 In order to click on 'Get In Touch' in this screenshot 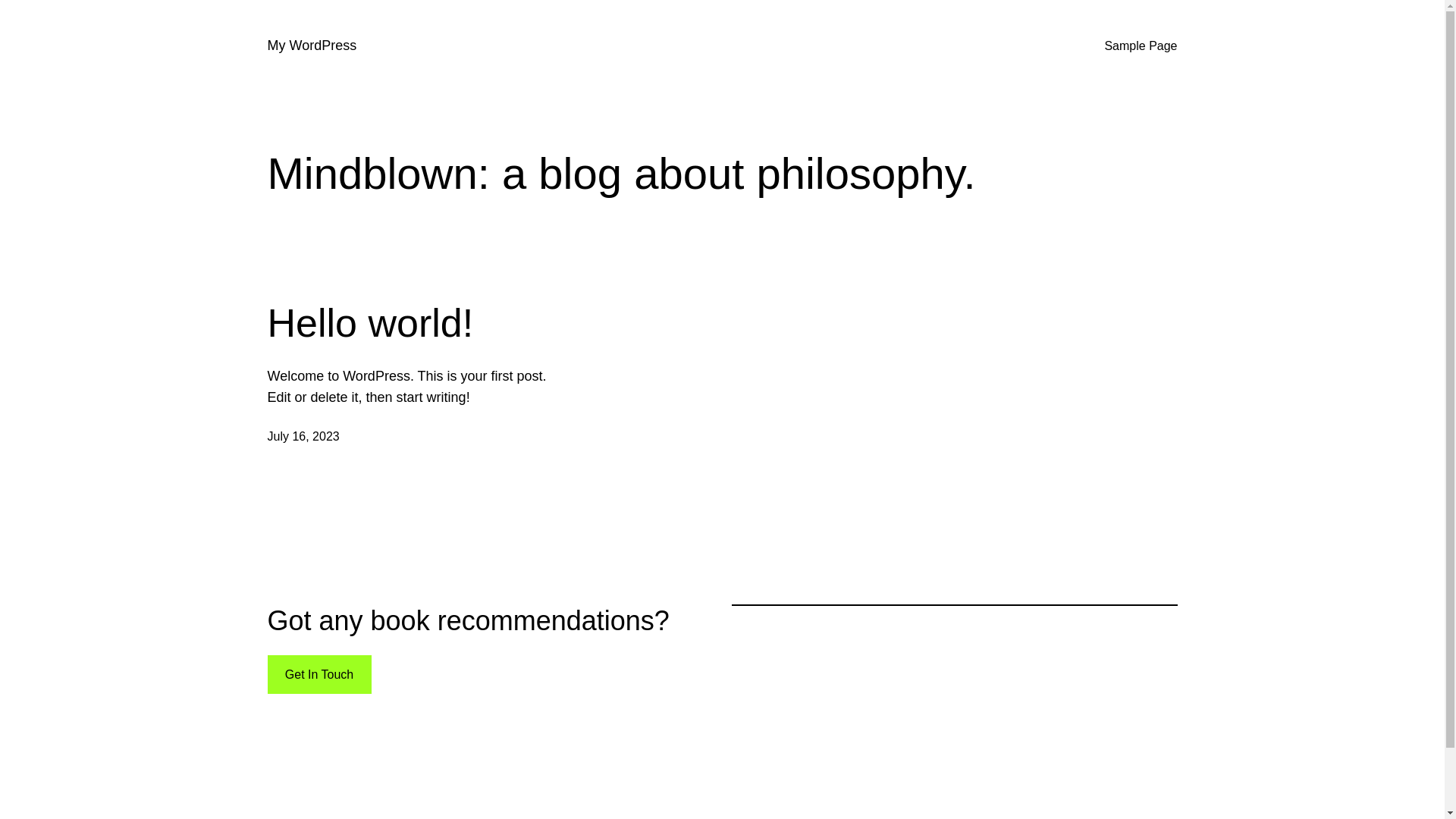, I will do `click(318, 673)`.